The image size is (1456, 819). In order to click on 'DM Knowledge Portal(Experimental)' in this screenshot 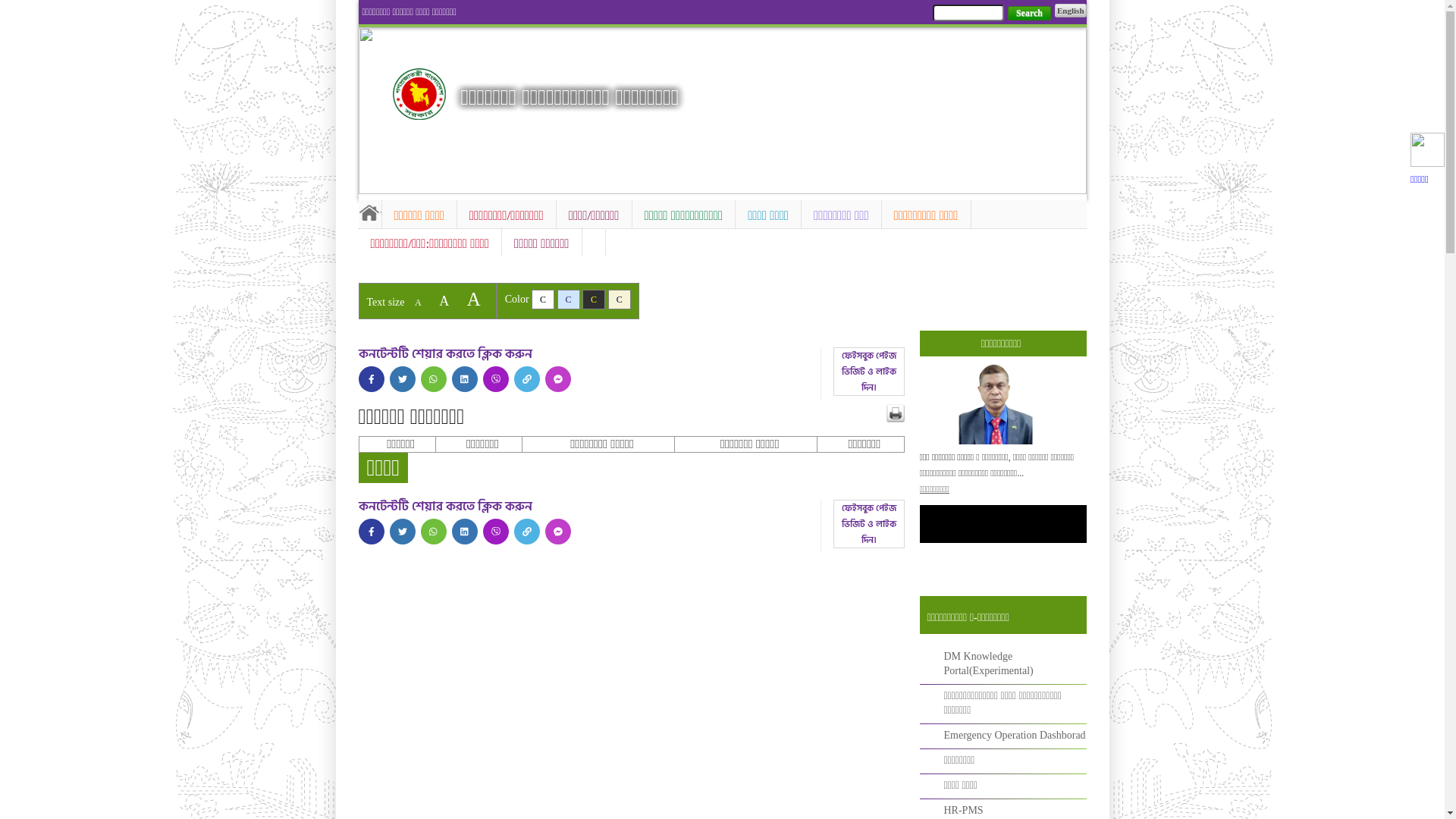, I will do `click(987, 663)`.